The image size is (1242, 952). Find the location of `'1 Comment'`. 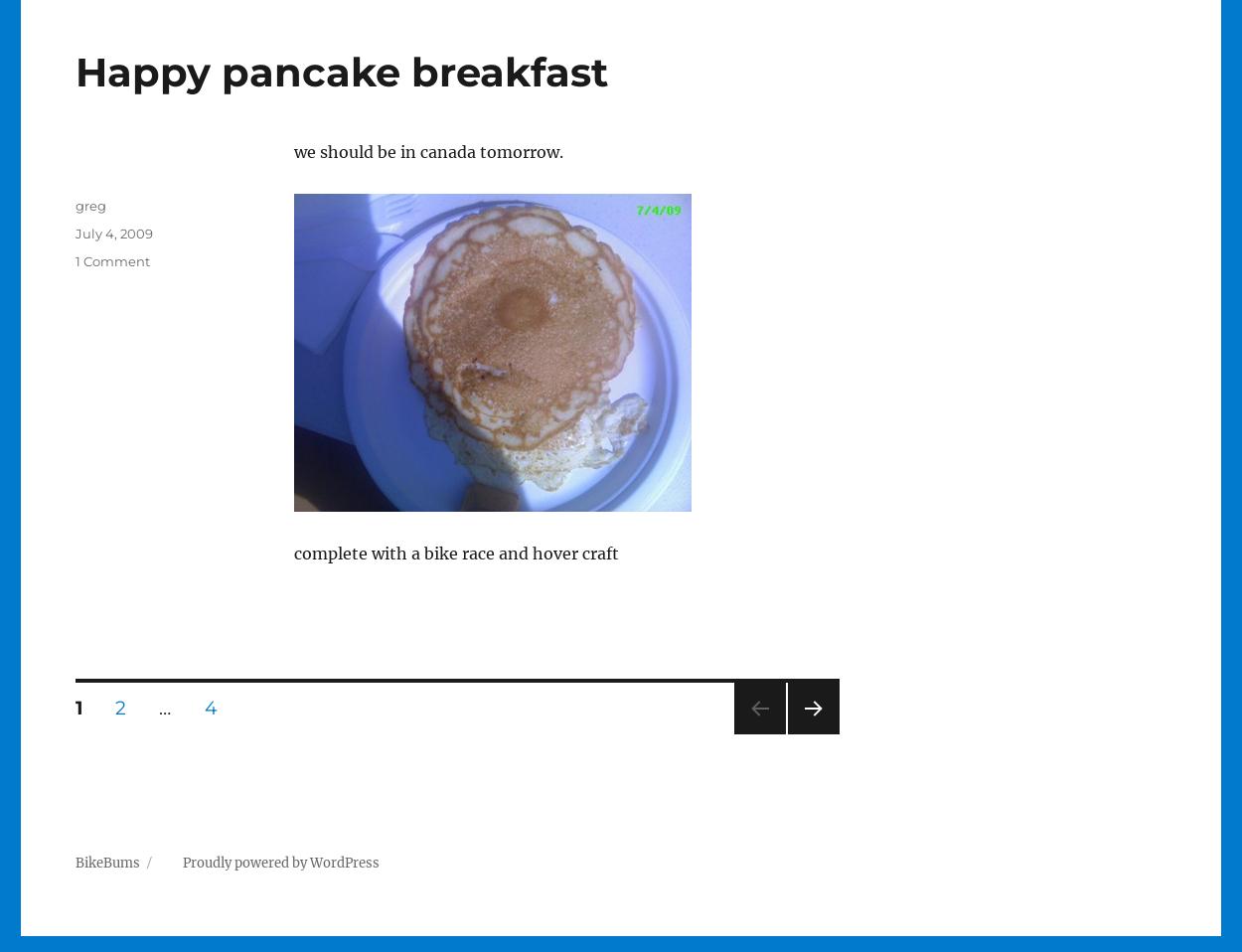

'1 Comment' is located at coordinates (110, 260).